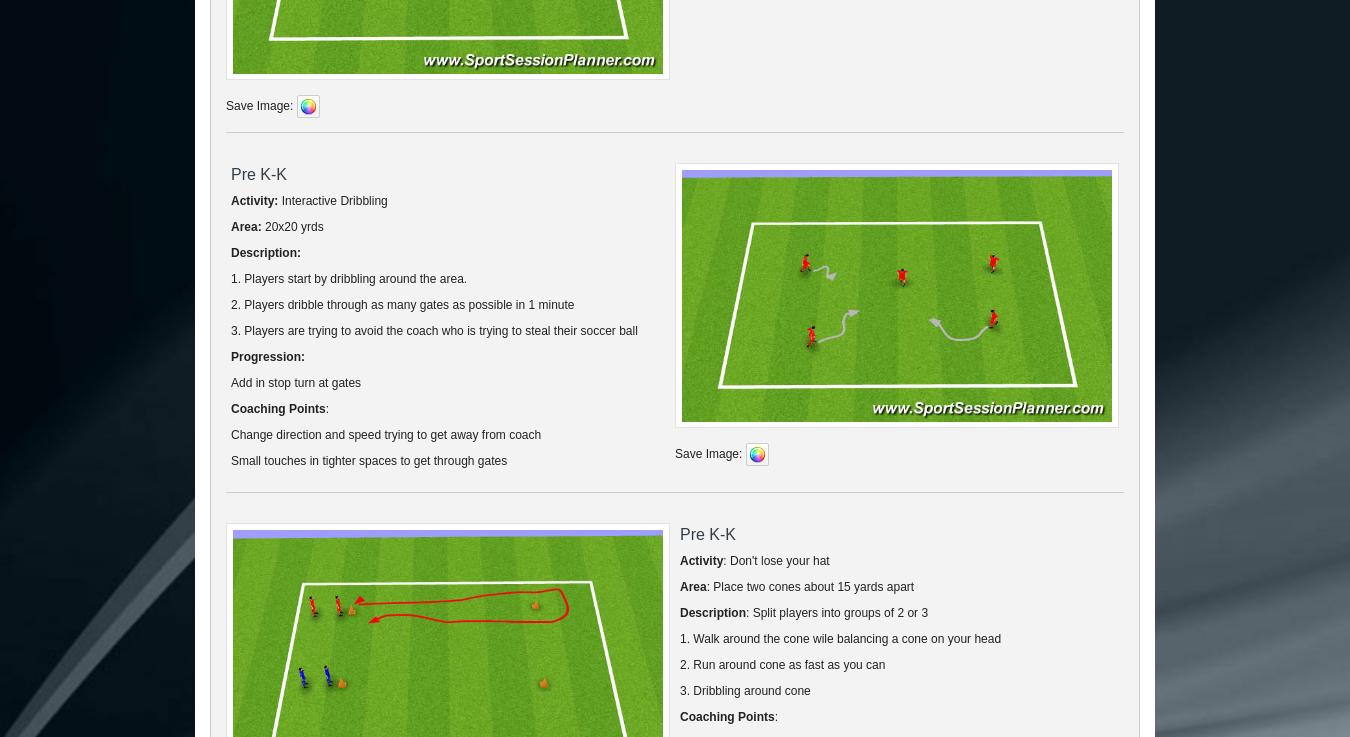  Describe the element at coordinates (711, 612) in the screenshot. I see `'Description'` at that location.